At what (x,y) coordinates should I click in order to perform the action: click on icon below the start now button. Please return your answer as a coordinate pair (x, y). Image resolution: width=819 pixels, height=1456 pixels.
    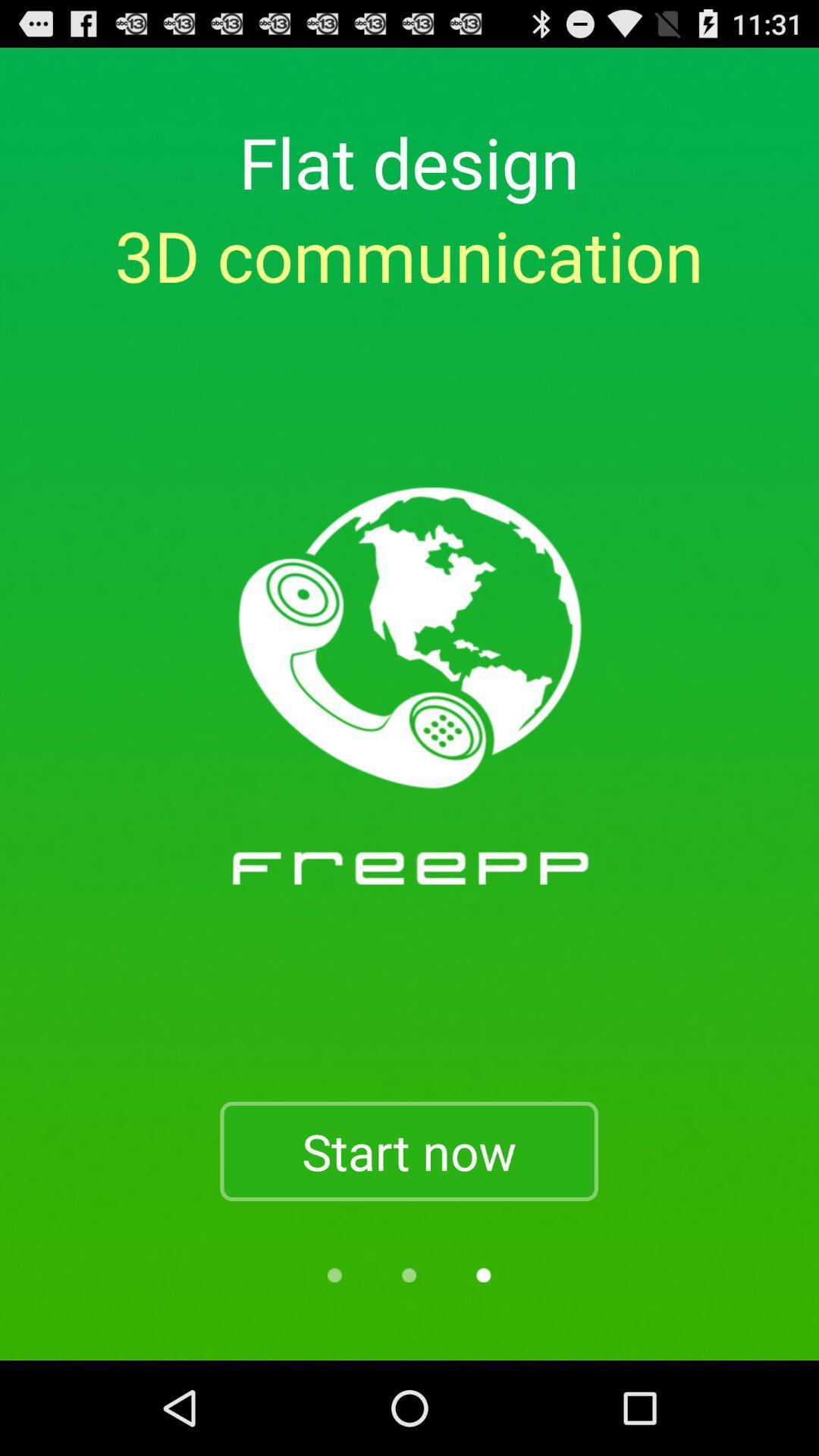
    Looking at the image, I should click on (408, 1274).